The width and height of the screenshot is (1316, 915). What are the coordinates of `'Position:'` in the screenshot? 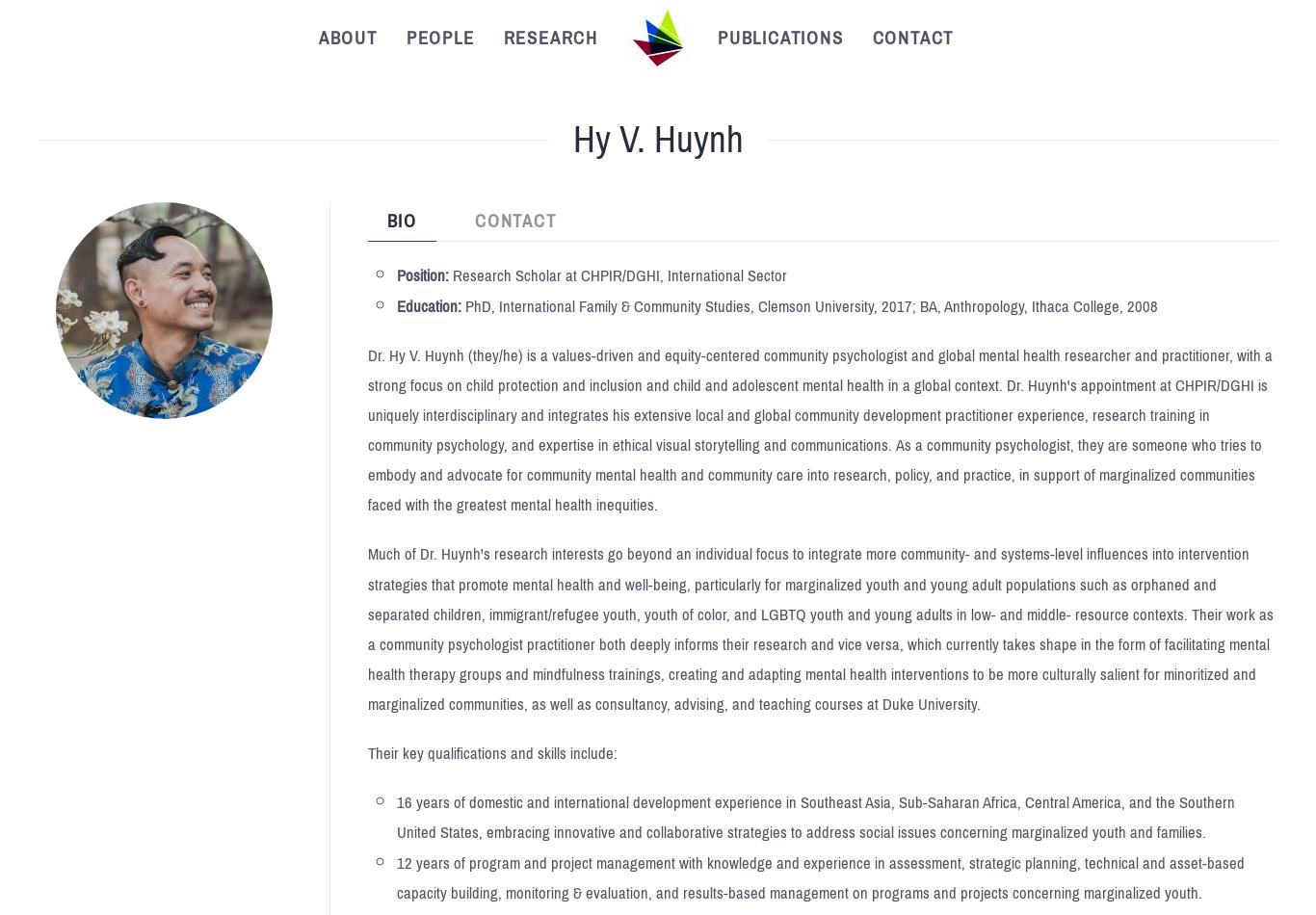 It's located at (395, 274).